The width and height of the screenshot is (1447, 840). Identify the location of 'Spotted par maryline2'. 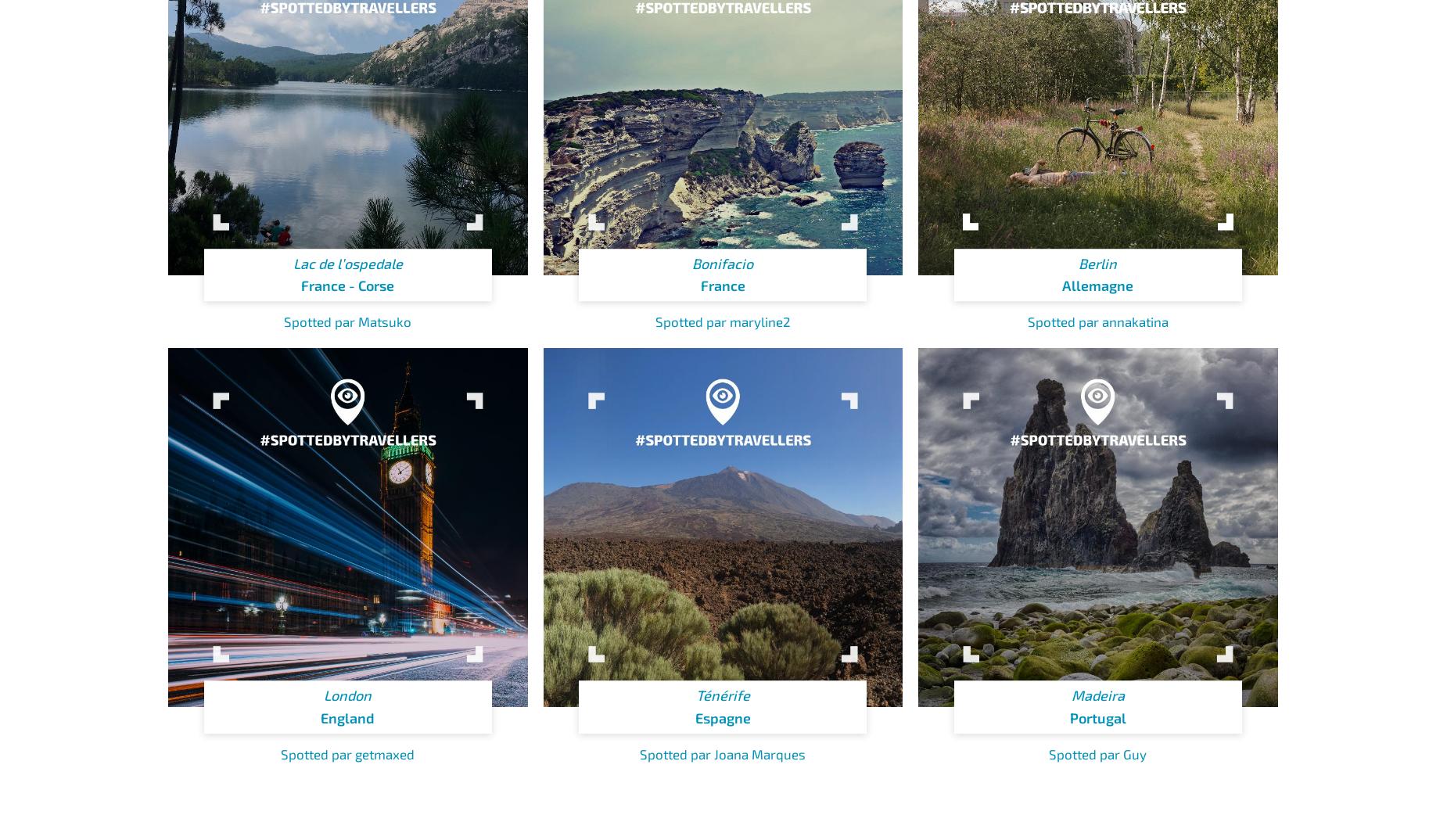
(722, 321).